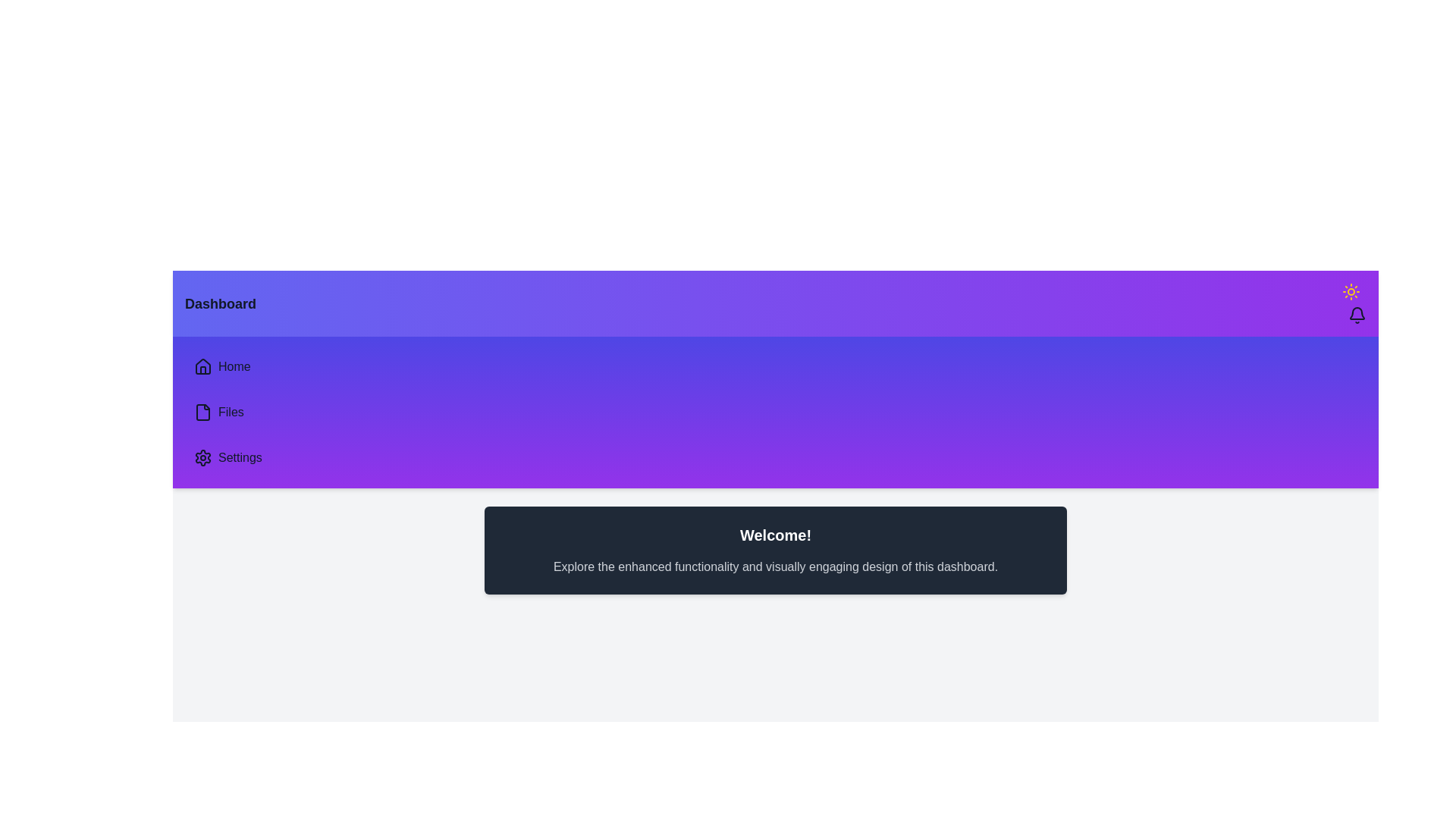 Image resolution: width=1456 pixels, height=819 pixels. Describe the element at coordinates (1351, 292) in the screenshot. I see `the sun icon to toggle dark mode` at that location.